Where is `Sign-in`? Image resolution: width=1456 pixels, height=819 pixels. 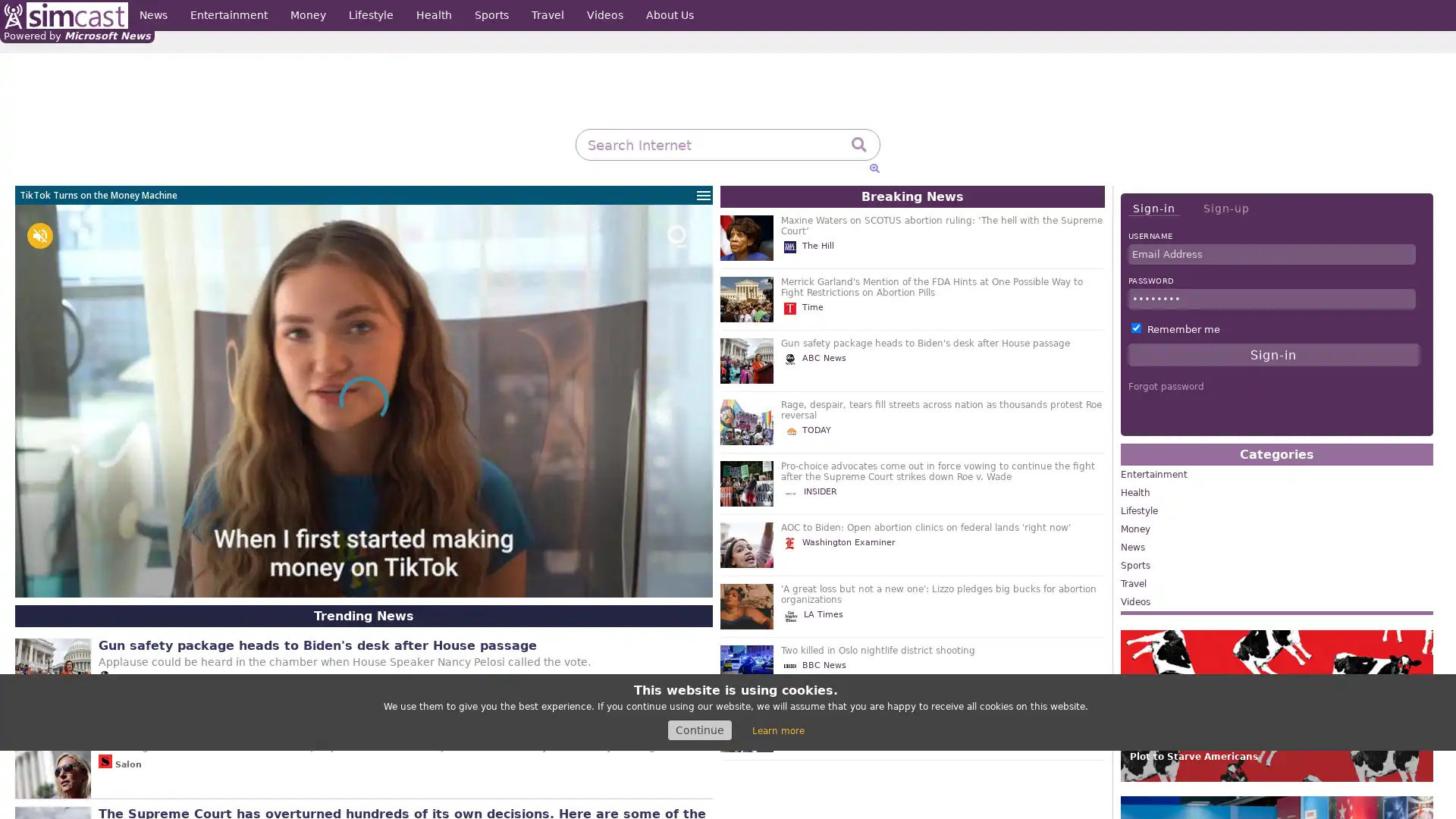
Sign-in is located at coordinates (1273, 354).